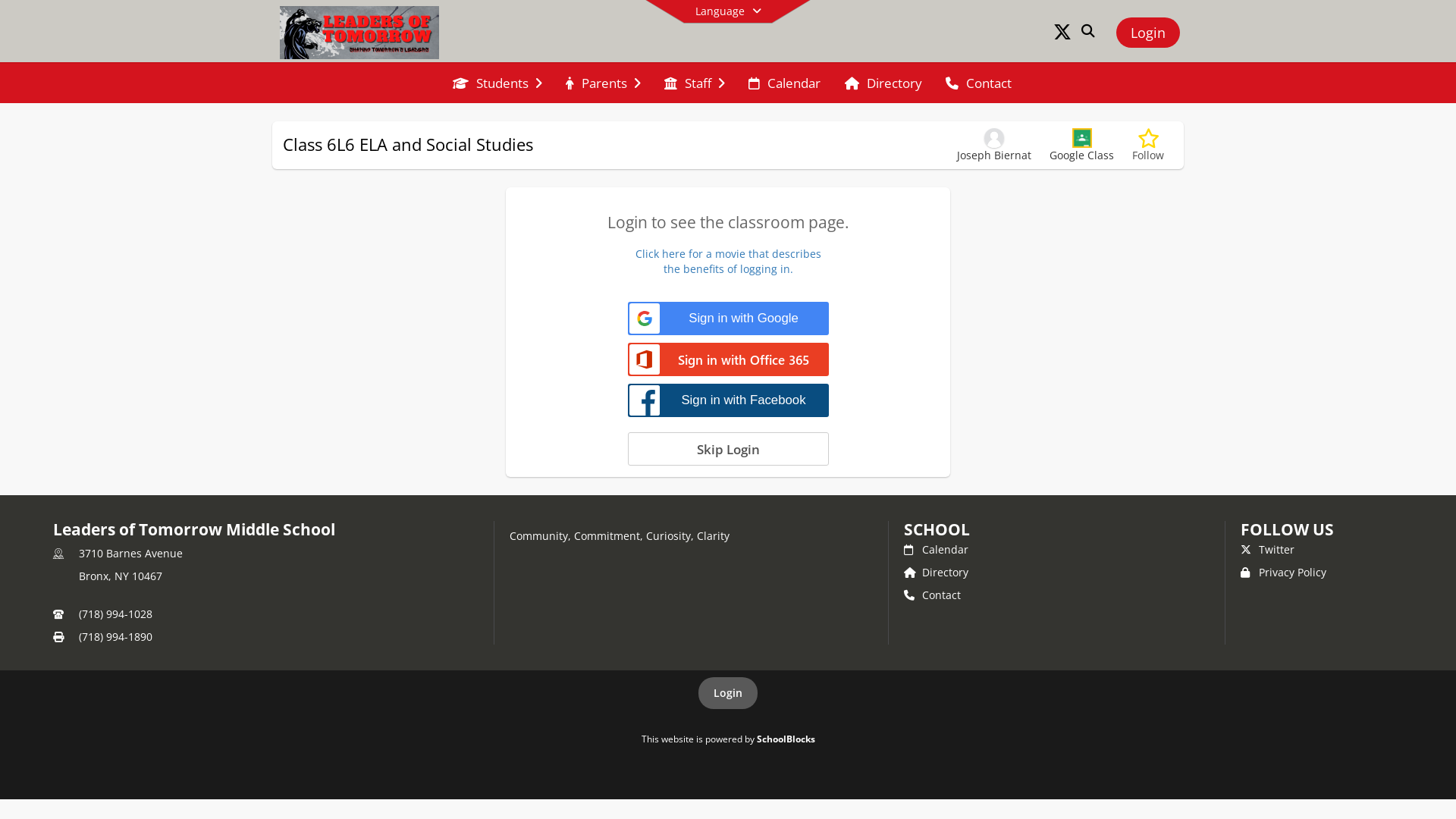 The width and height of the screenshot is (1456, 819). I want to click on 'Directory', so click(883, 83).